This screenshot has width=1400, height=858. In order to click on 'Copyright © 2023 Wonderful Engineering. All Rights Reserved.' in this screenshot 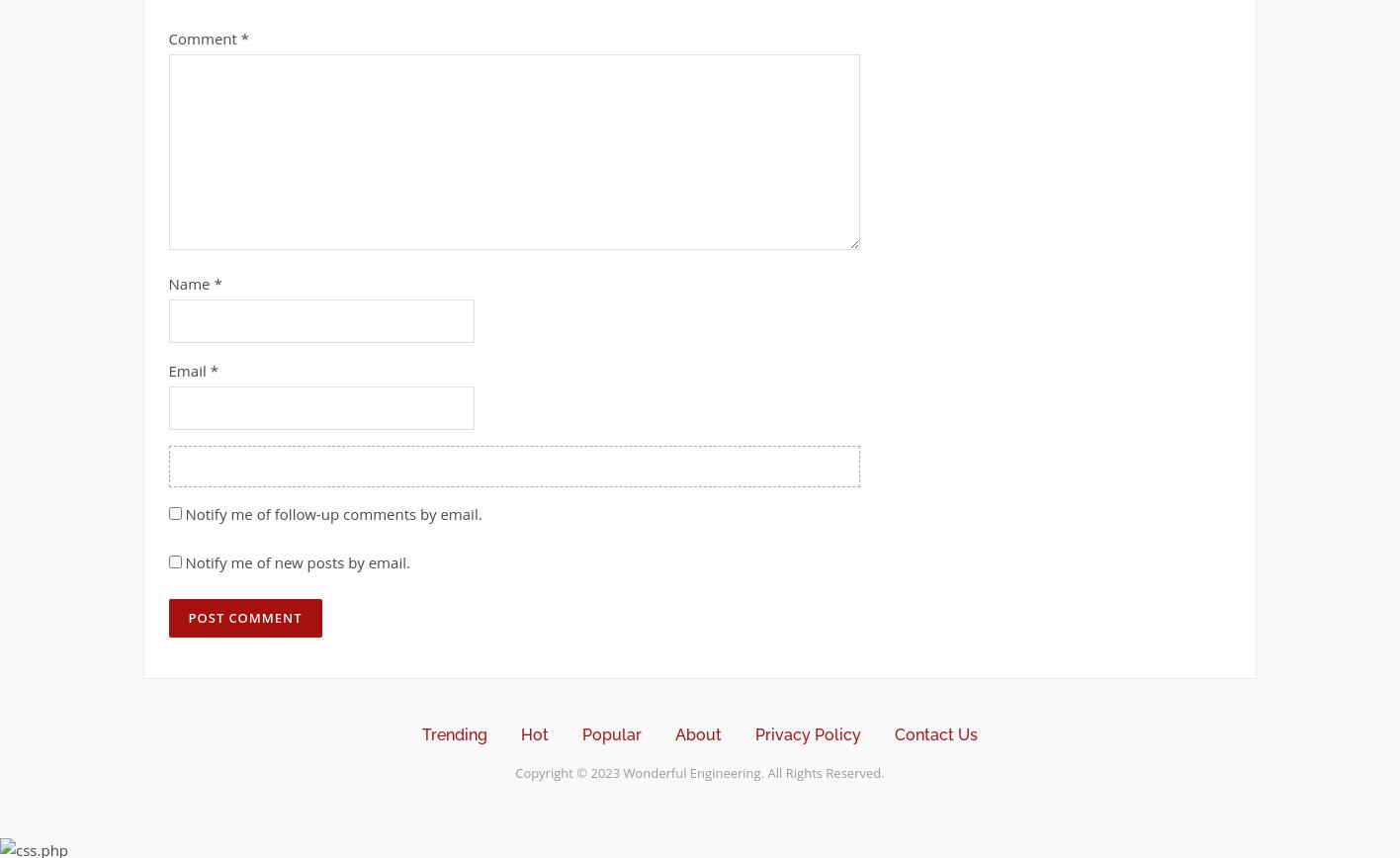, I will do `click(698, 772)`.